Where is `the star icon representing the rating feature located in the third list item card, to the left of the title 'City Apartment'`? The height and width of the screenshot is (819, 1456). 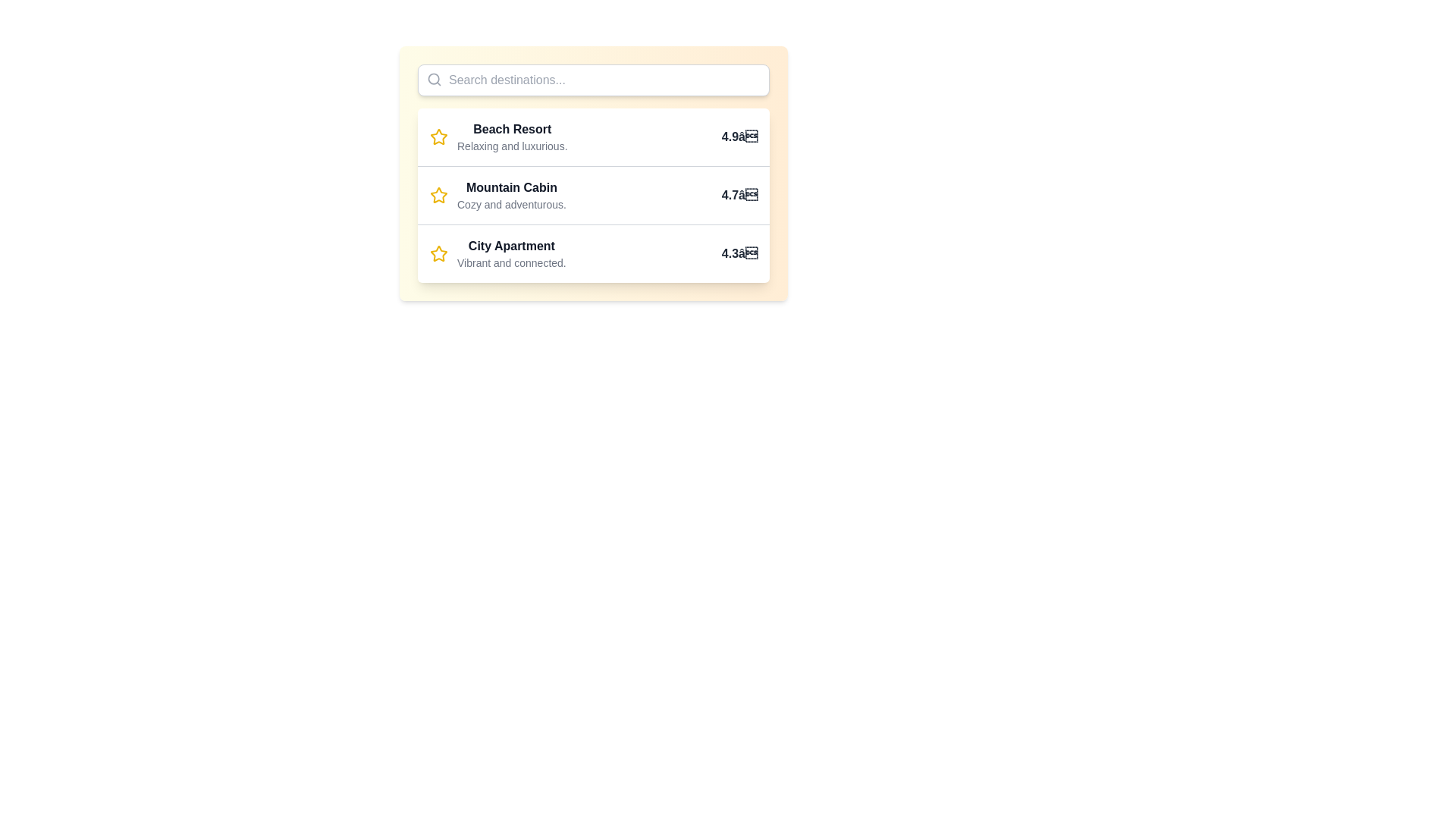
the star icon representing the rating feature located in the third list item card, to the left of the title 'City Apartment' is located at coordinates (438, 253).